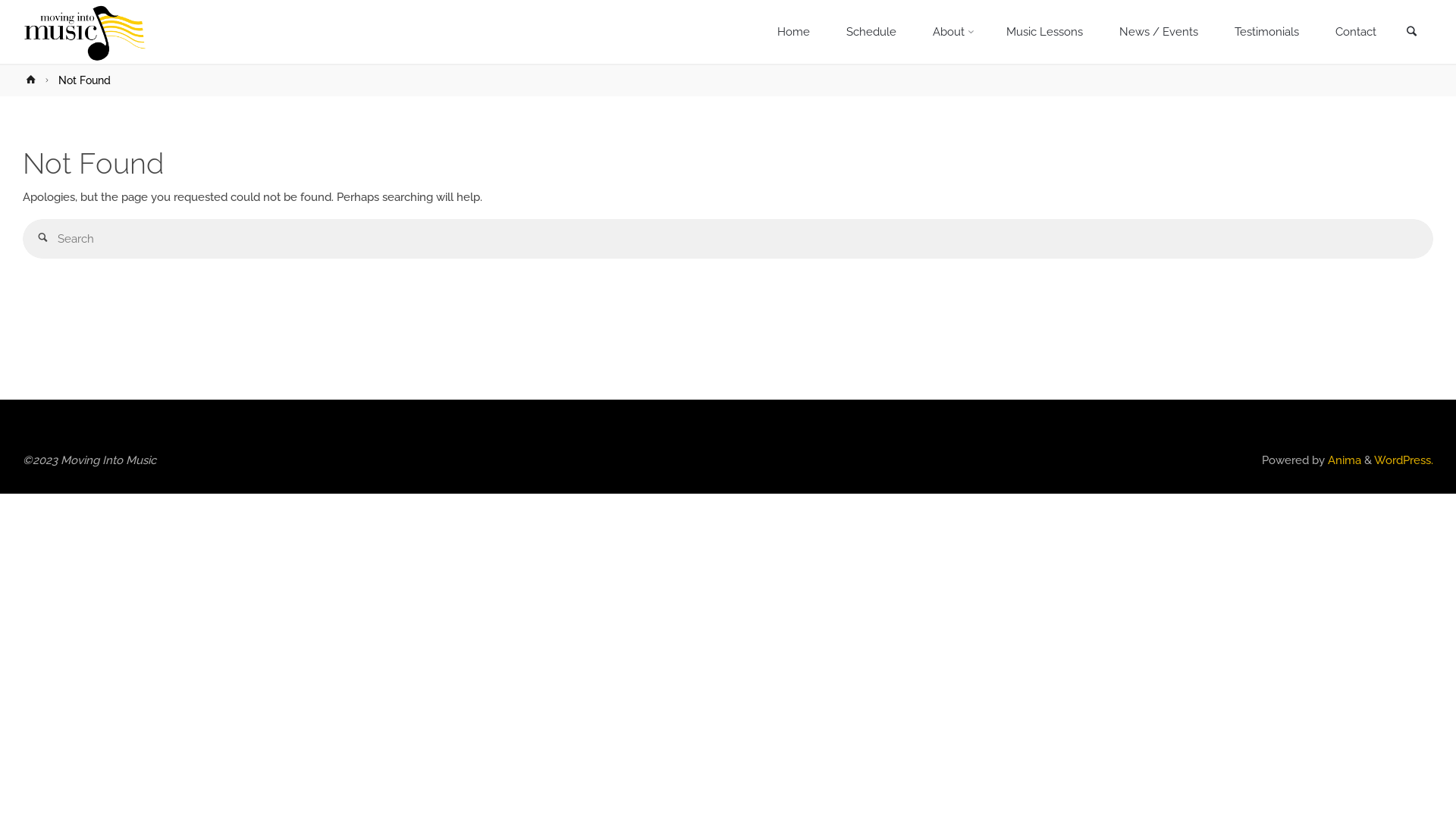  What do you see at coordinates (1043, 32) in the screenshot?
I see `'Music Lessons'` at bounding box center [1043, 32].